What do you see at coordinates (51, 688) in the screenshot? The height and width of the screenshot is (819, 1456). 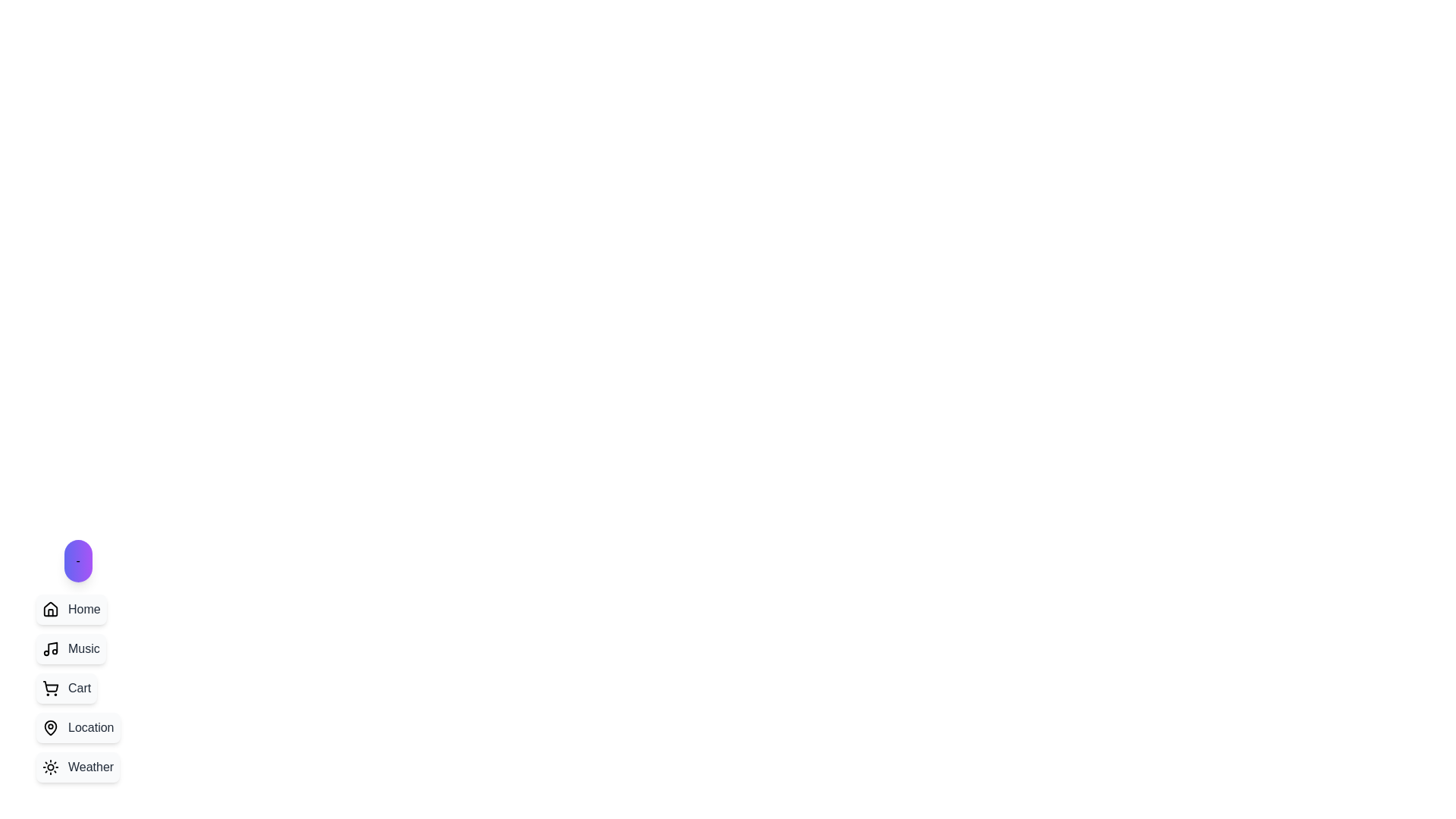 I see `the shopping cart icon located to the left of the 'Cart' text in the menu` at bounding box center [51, 688].